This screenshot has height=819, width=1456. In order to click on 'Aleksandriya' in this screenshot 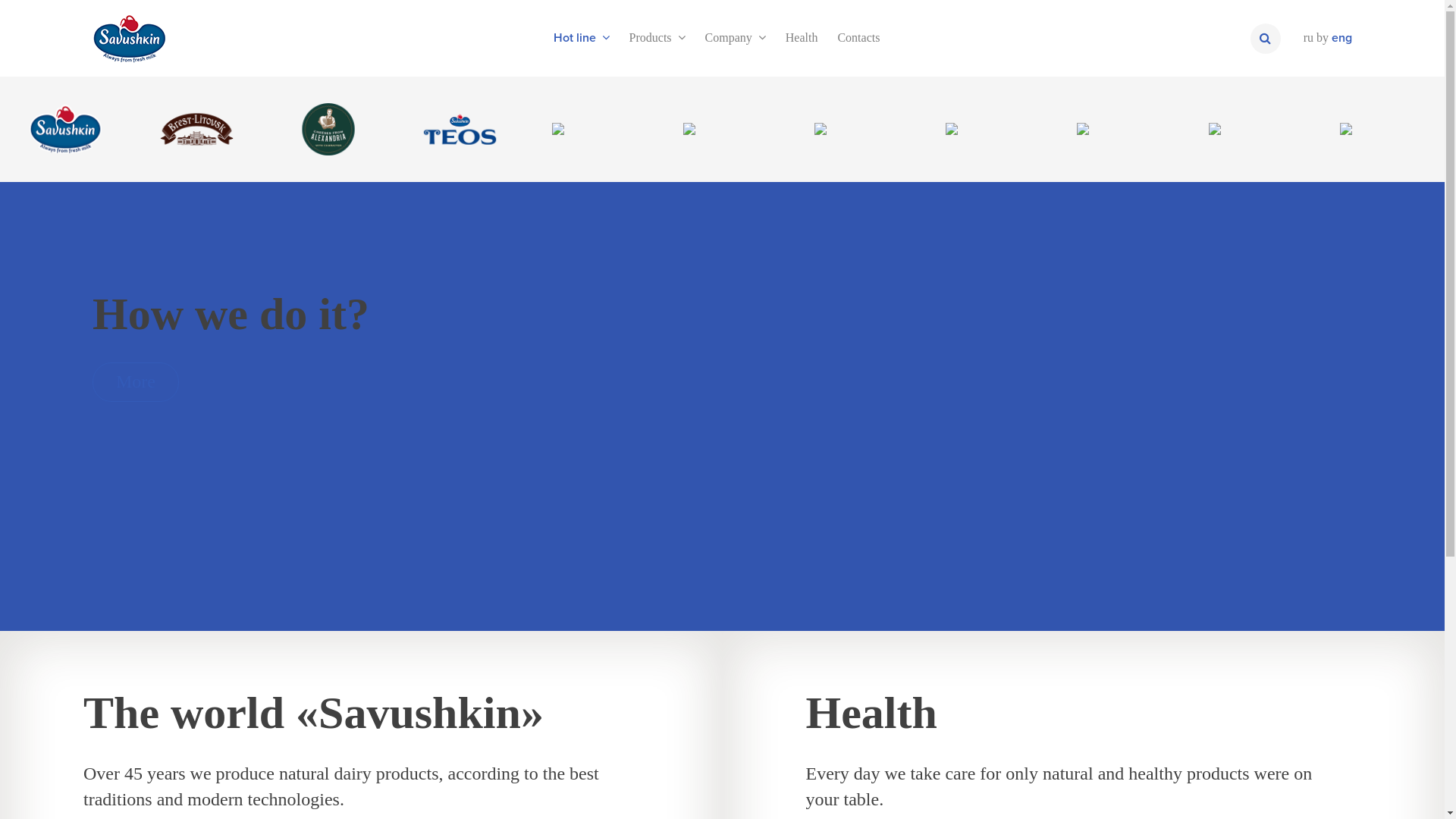, I will do `click(262, 128)`.